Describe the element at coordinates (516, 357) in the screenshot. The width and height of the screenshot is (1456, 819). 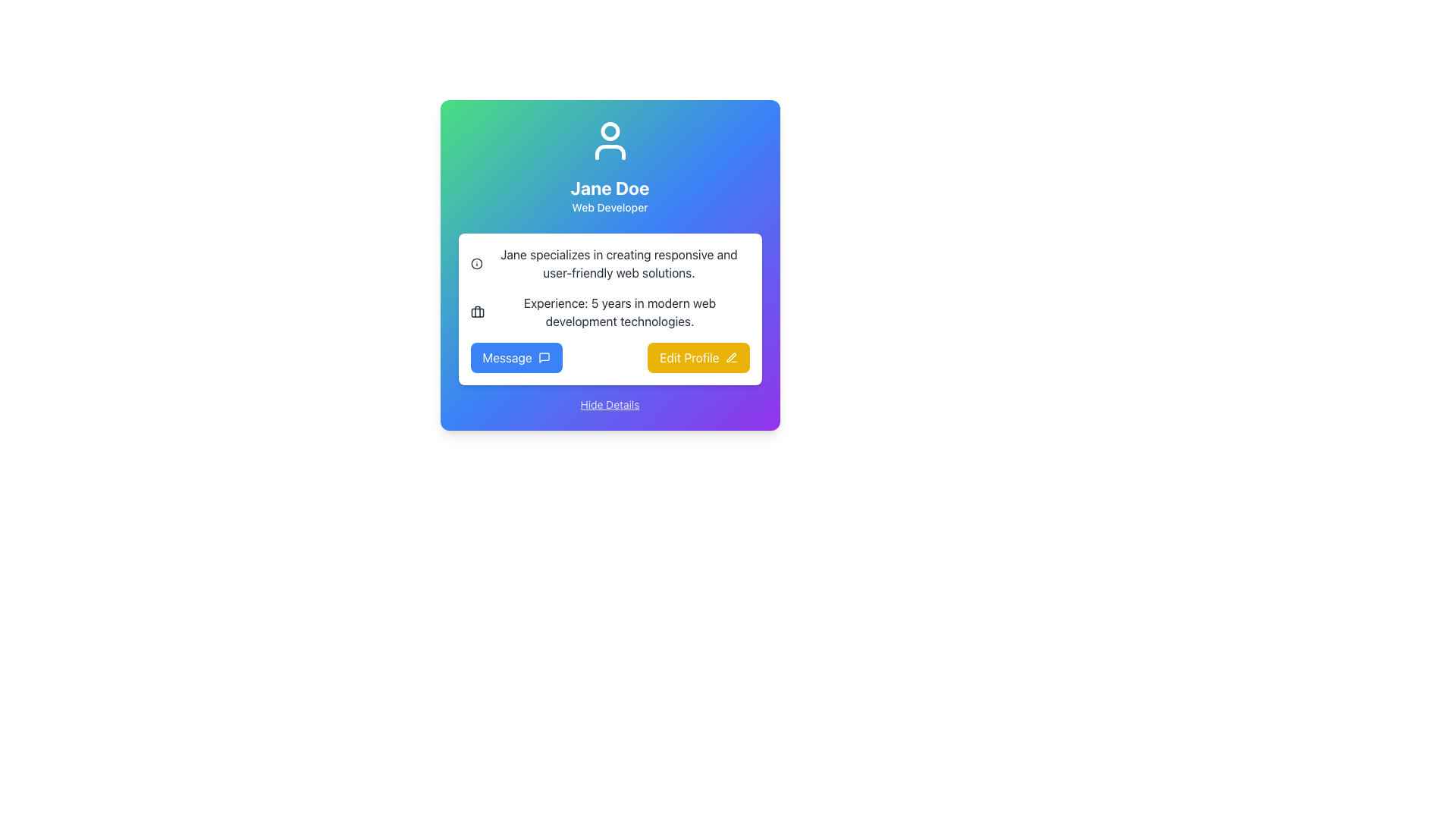
I see `the message sending button located in the lower part of the card component, positioned to the left of the 'Edit Profile' button` at that location.